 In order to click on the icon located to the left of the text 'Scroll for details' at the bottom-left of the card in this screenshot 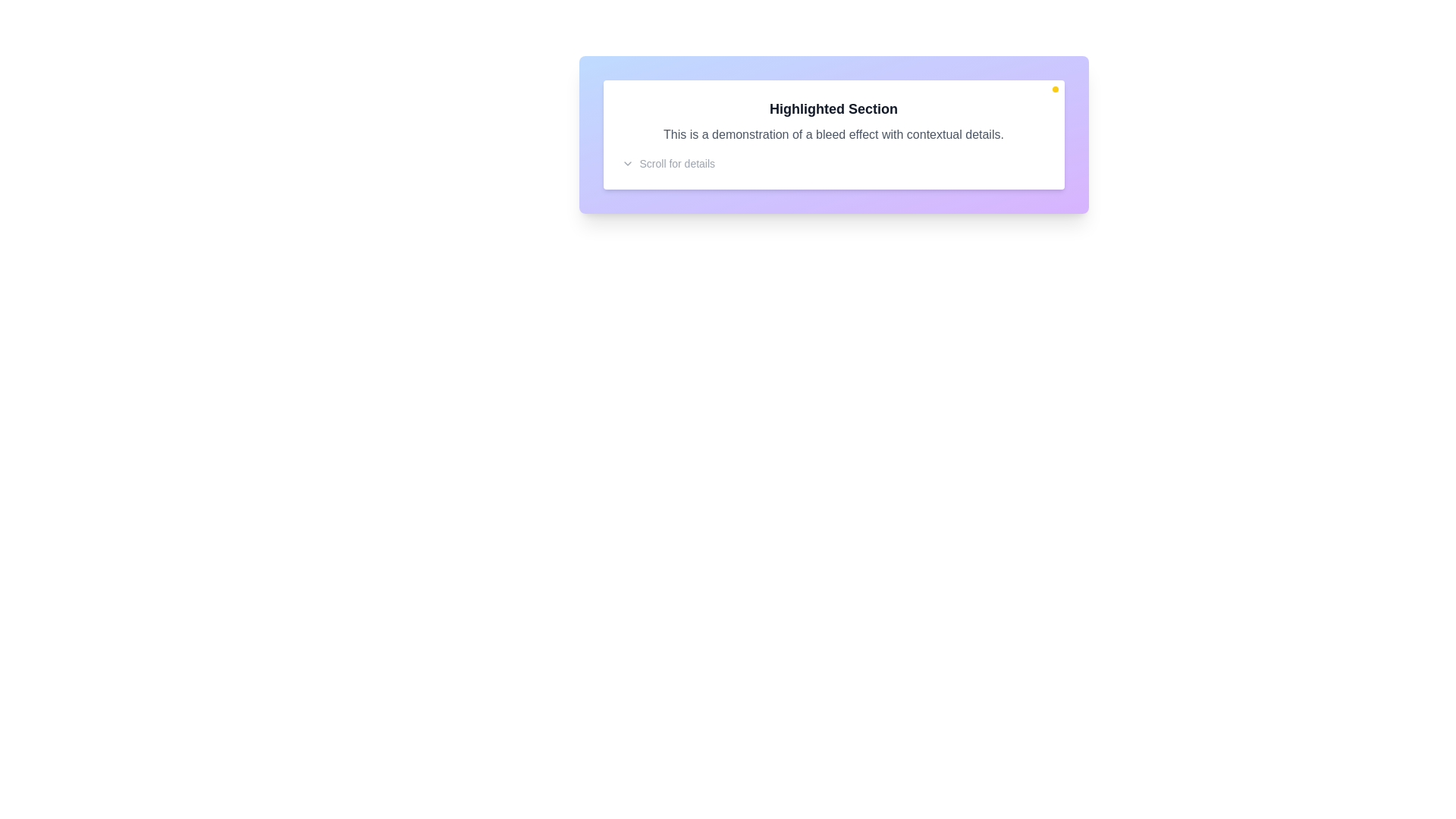, I will do `click(627, 164)`.